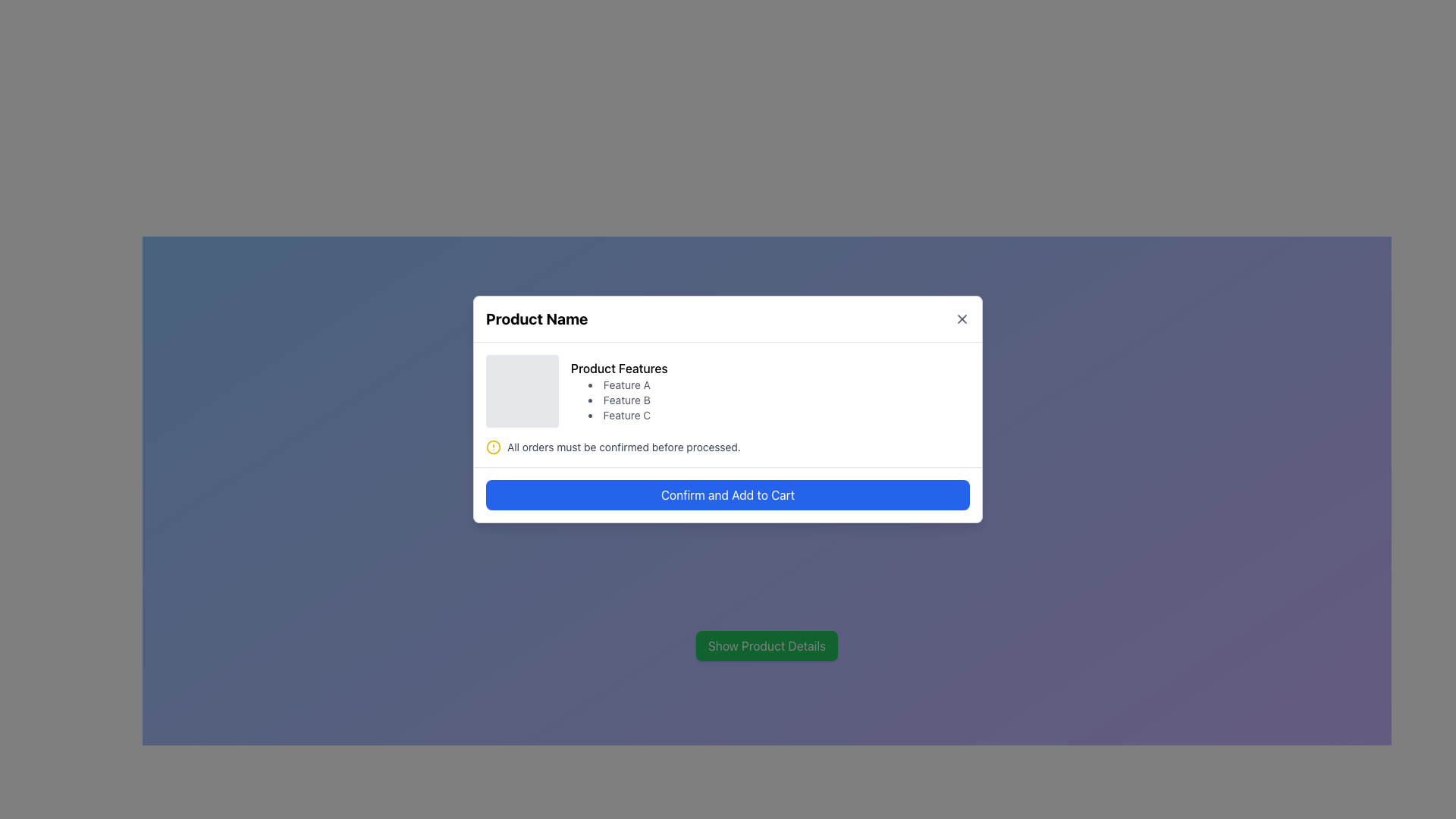 Image resolution: width=1456 pixels, height=819 pixels. I want to click on the Information display module titled 'Product Features' that contains a bullet list of features and a gray square visual placeholder, so click(728, 391).